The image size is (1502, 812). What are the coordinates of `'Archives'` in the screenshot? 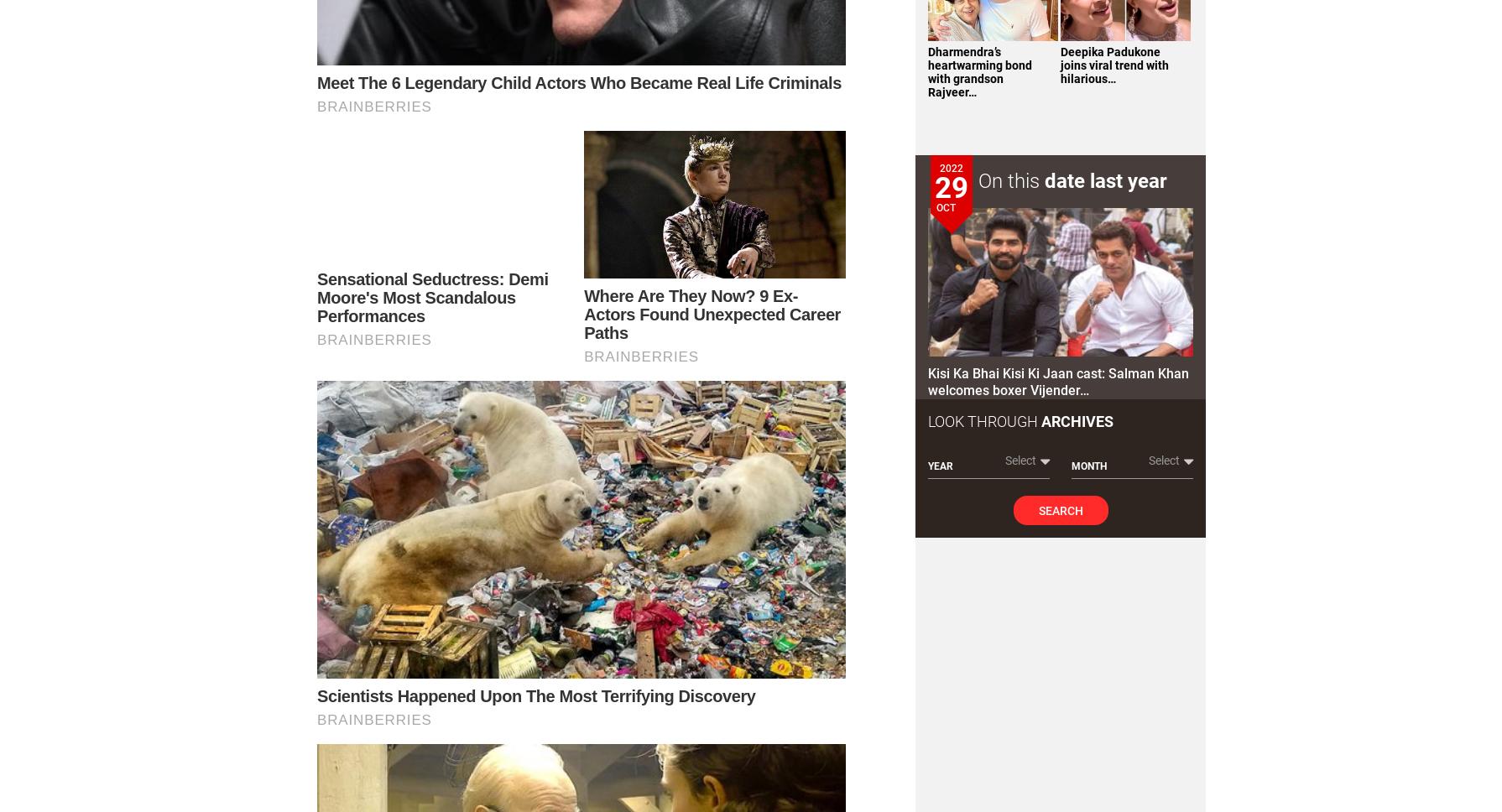 It's located at (1077, 420).